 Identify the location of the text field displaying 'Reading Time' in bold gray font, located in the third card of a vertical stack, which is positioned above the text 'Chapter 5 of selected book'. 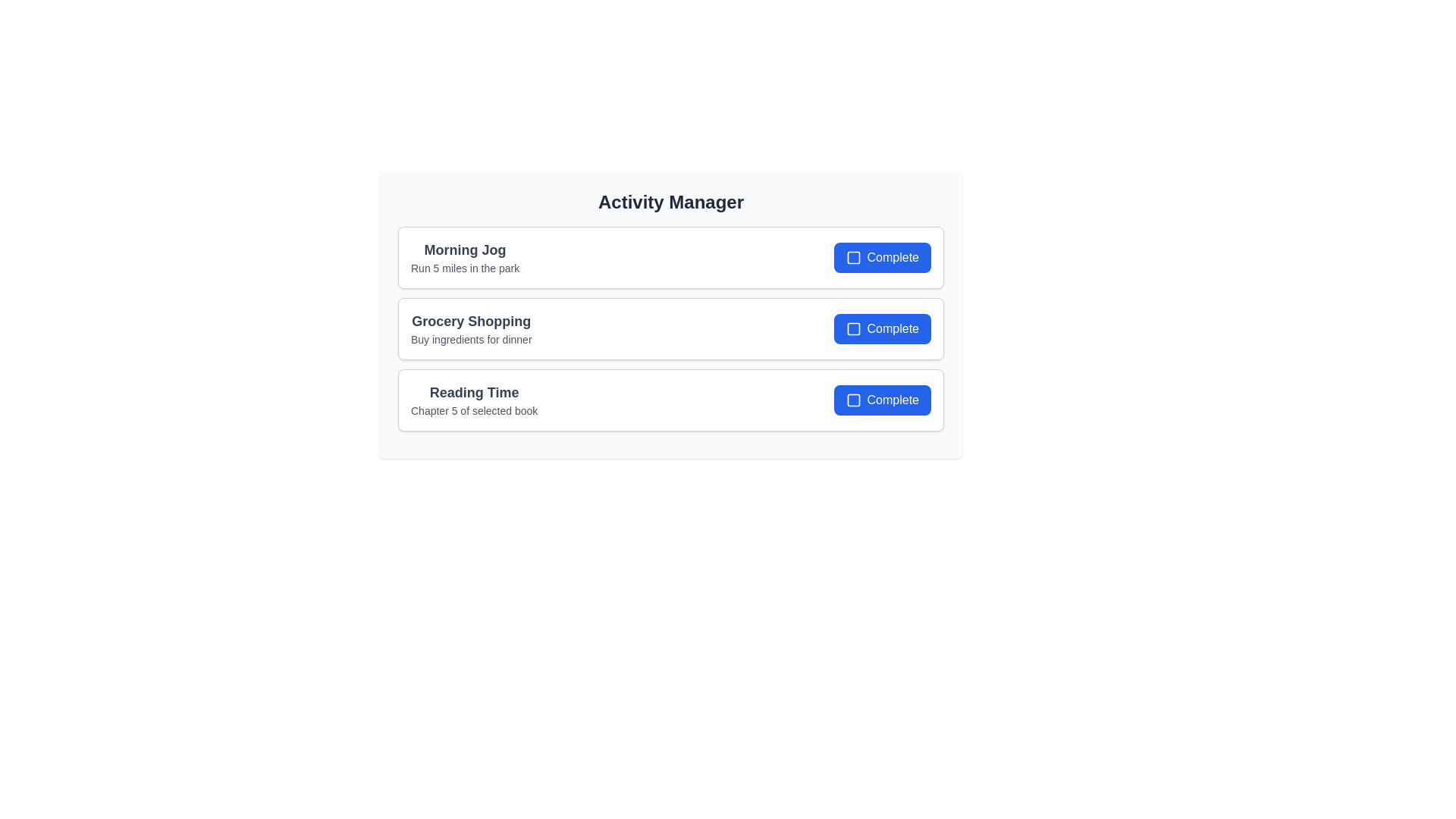
(473, 391).